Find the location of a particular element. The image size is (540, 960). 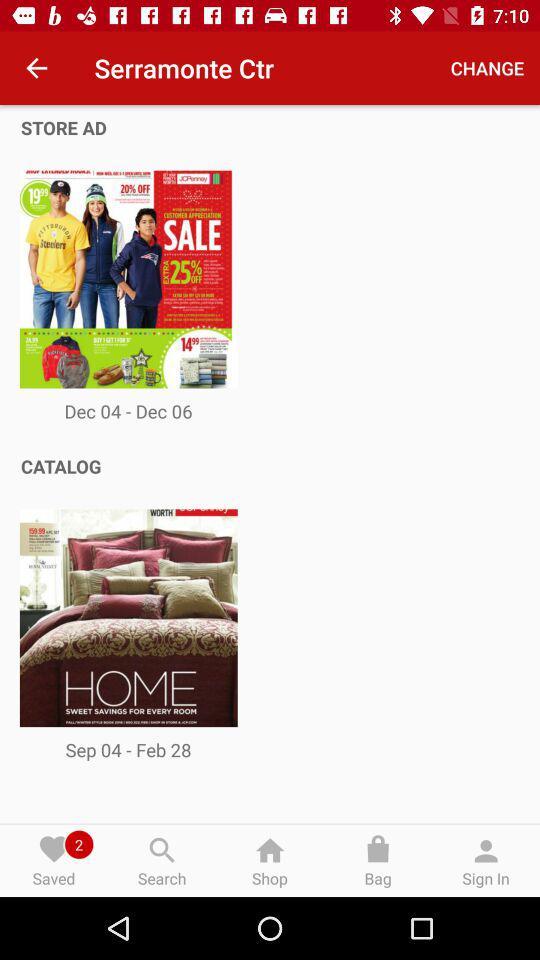

the image below the catalog is located at coordinates (129, 617).